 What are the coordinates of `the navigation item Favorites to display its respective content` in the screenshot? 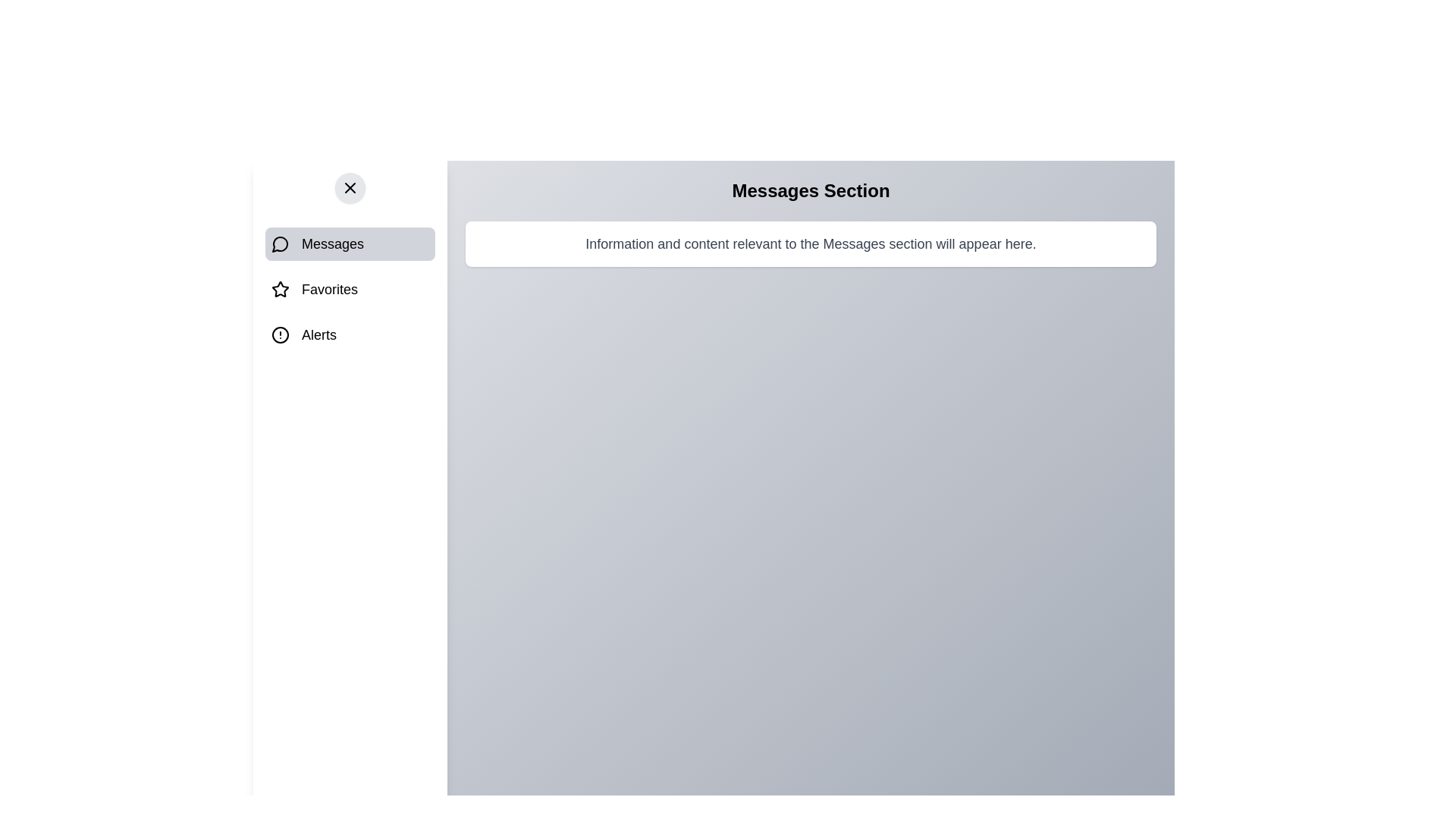 It's located at (349, 289).